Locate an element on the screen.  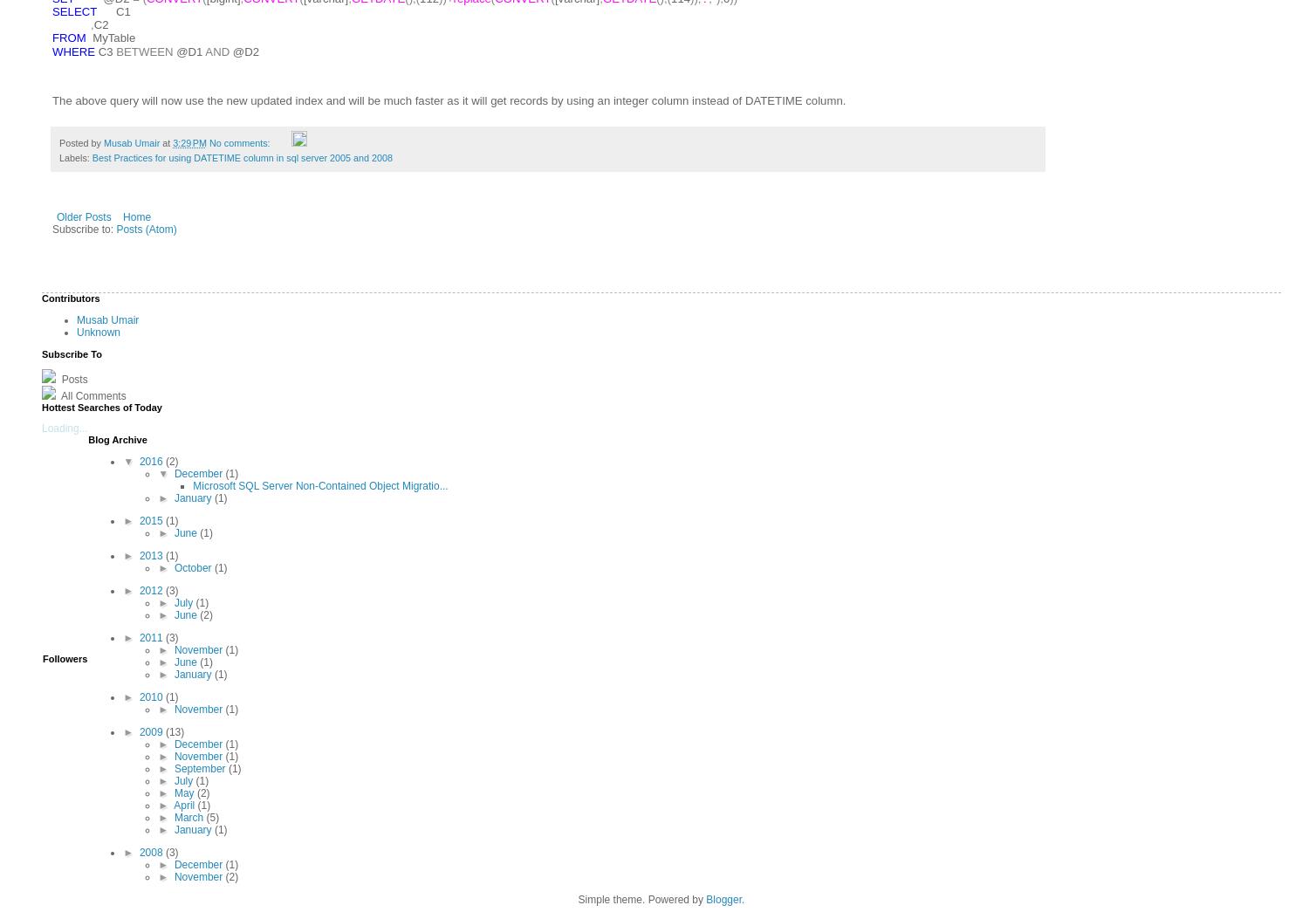
'@D2' is located at coordinates (243, 51).